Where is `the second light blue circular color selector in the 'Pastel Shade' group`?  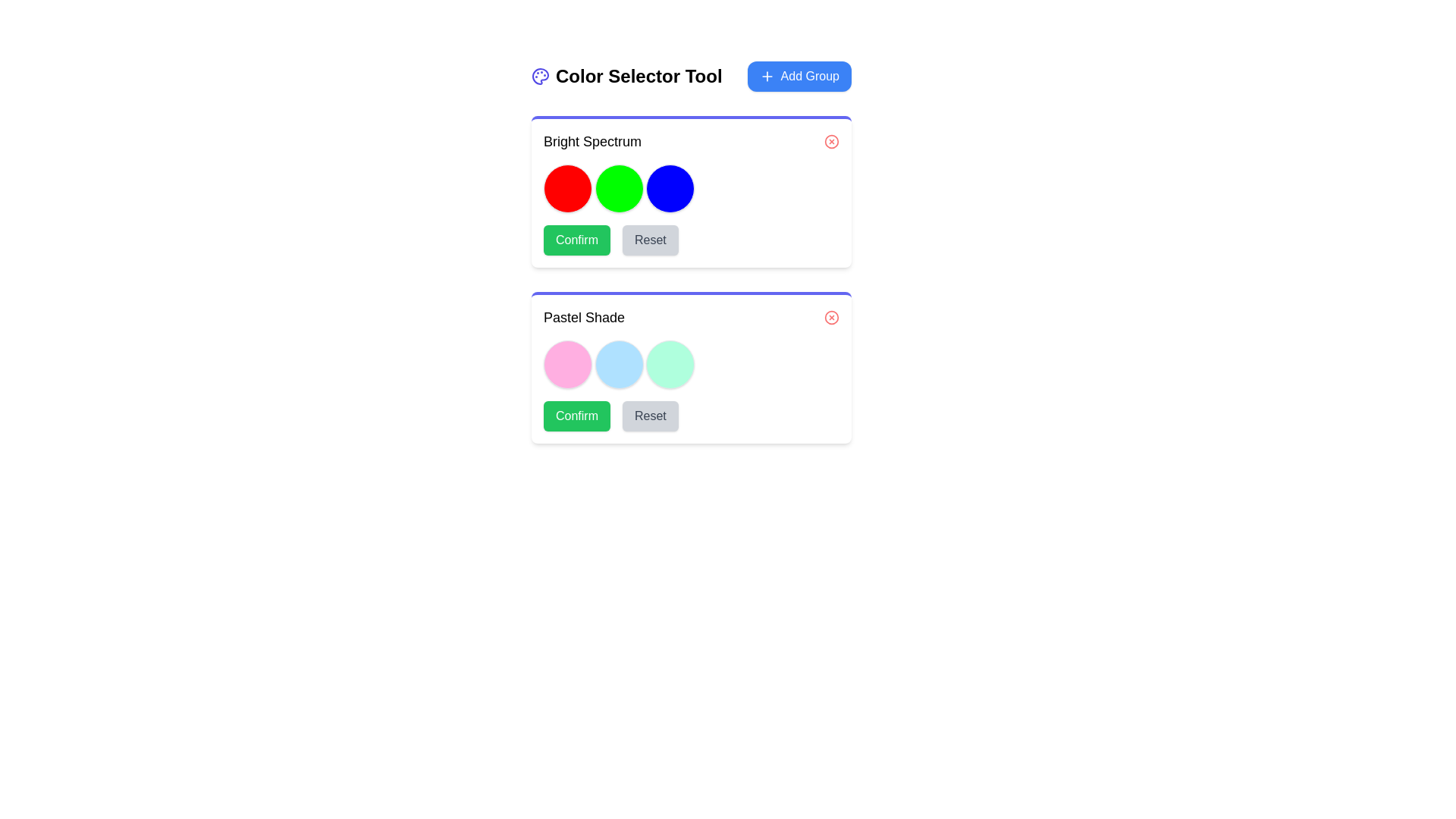
the second light blue circular color selector in the 'Pastel Shade' group is located at coordinates (619, 365).